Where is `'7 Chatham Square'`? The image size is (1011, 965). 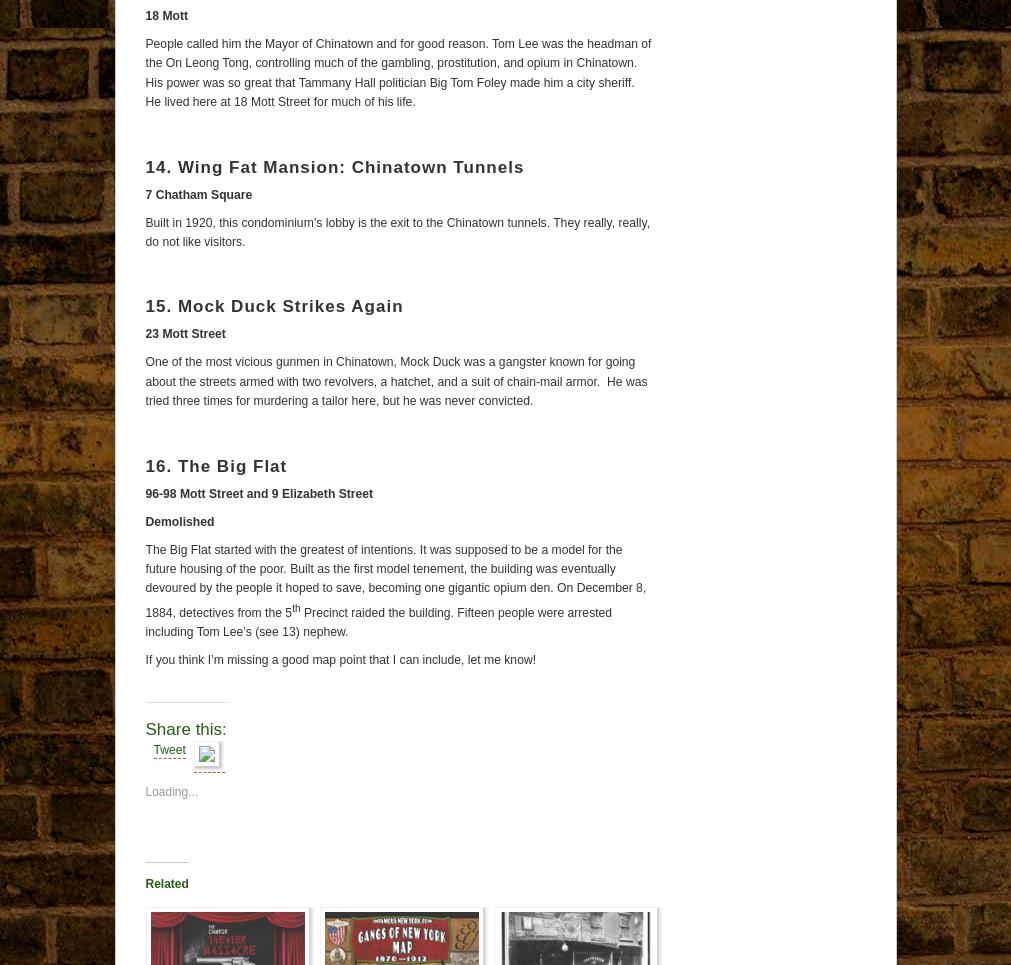 '7 Chatham Square' is located at coordinates (198, 193).